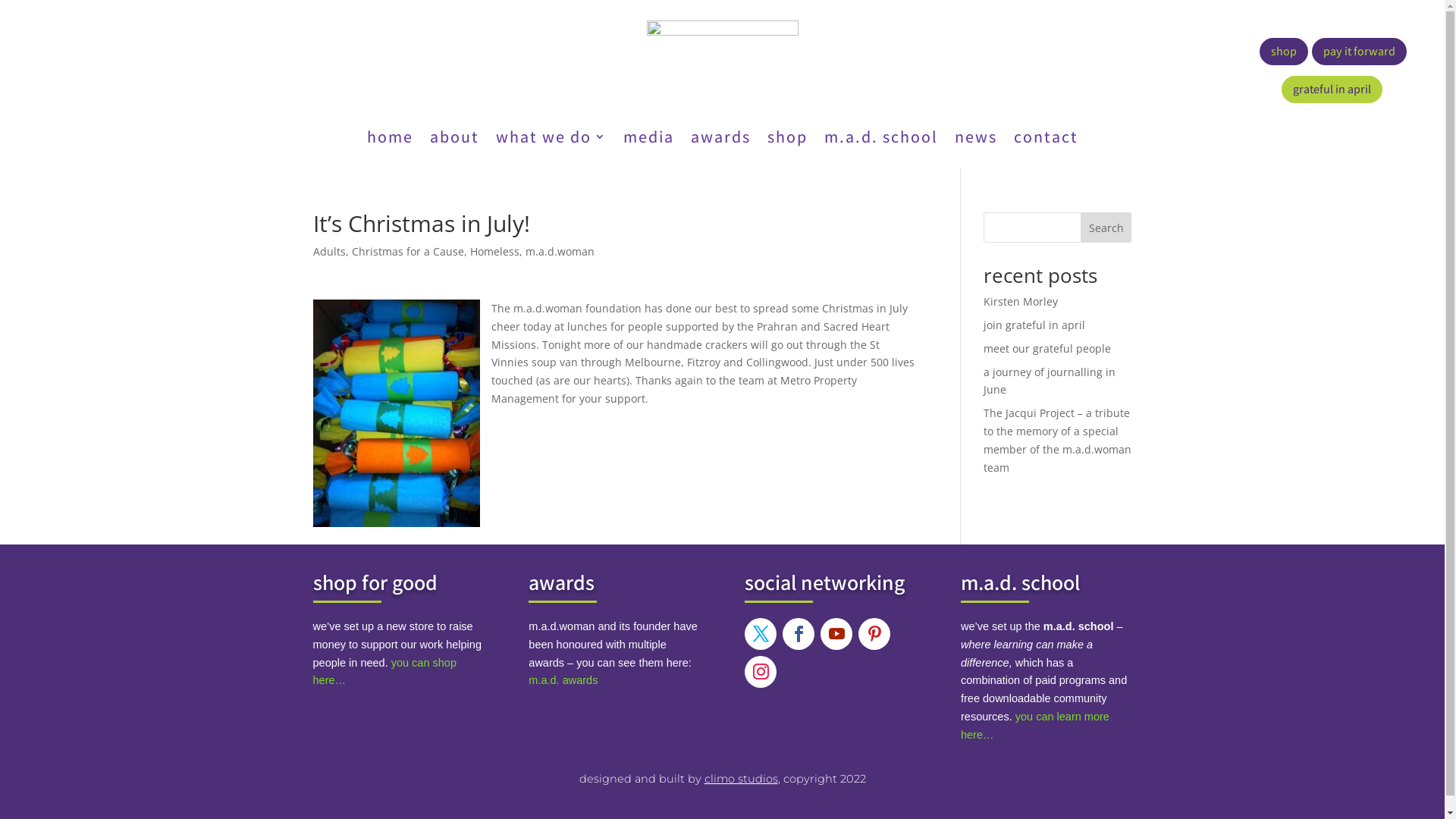  Describe the element at coordinates (328, 250) in the screenshot. I see `'Adults'` at that location.